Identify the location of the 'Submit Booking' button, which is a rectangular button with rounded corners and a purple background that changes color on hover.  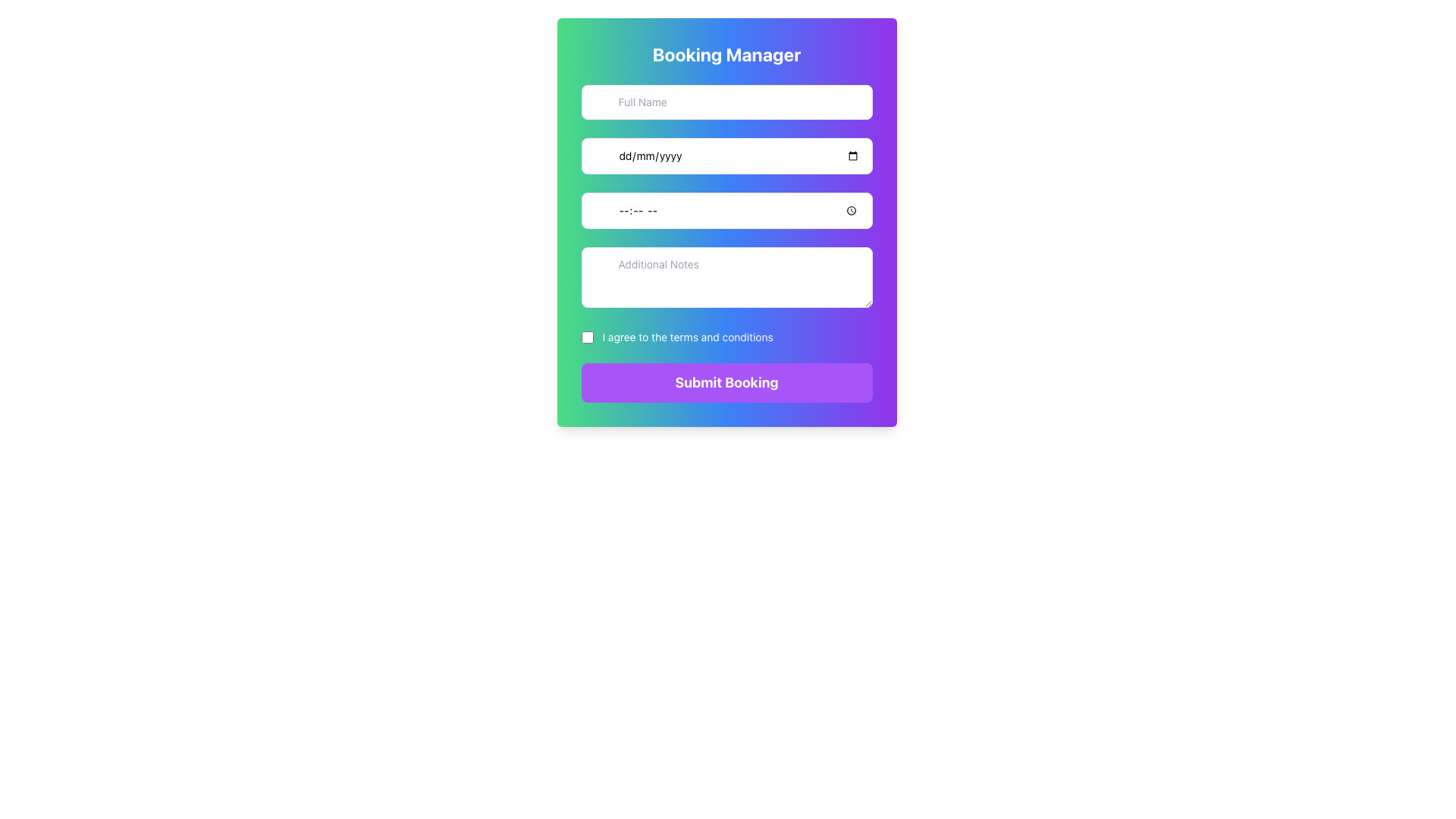
(726, 382).